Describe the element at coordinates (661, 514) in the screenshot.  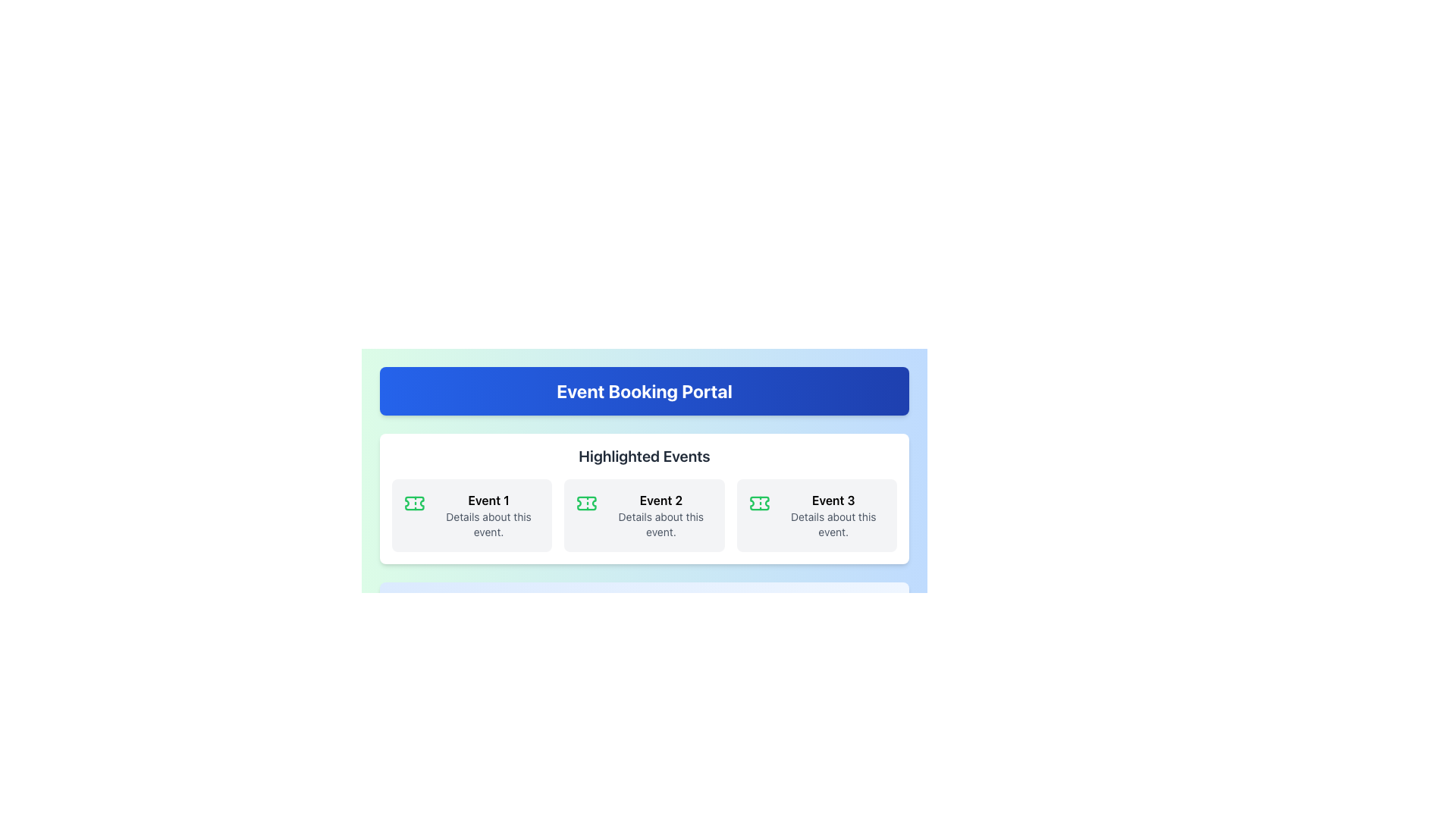
I see `text content of the TextBlock displaying 'Event 2' and its description 'Details about this event' located in the 'Highlighted Events' section of the 'Event Booking Portal'` at that location.